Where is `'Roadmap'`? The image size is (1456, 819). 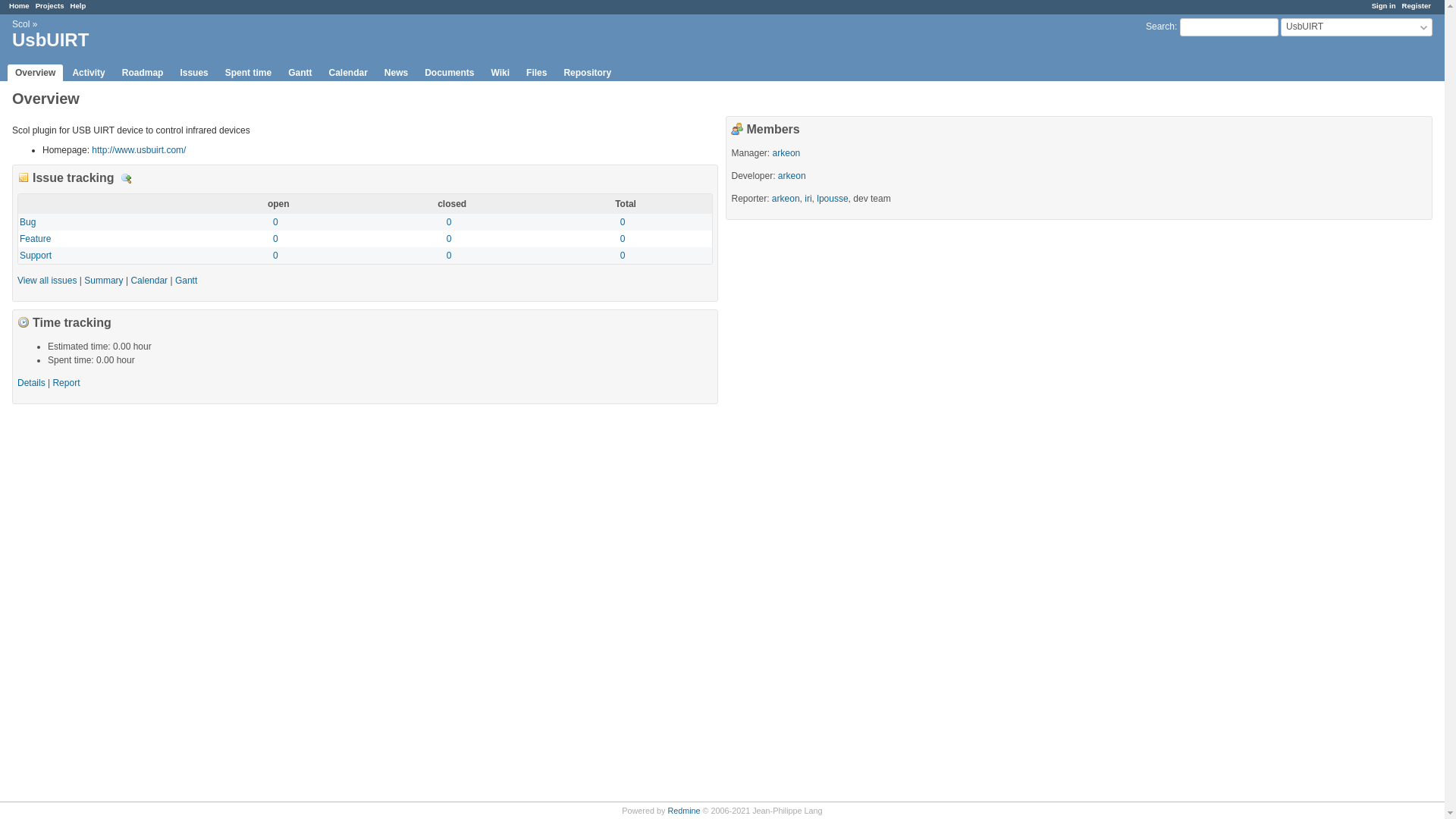
'Roadmap' is located at coordinates (143, 73).